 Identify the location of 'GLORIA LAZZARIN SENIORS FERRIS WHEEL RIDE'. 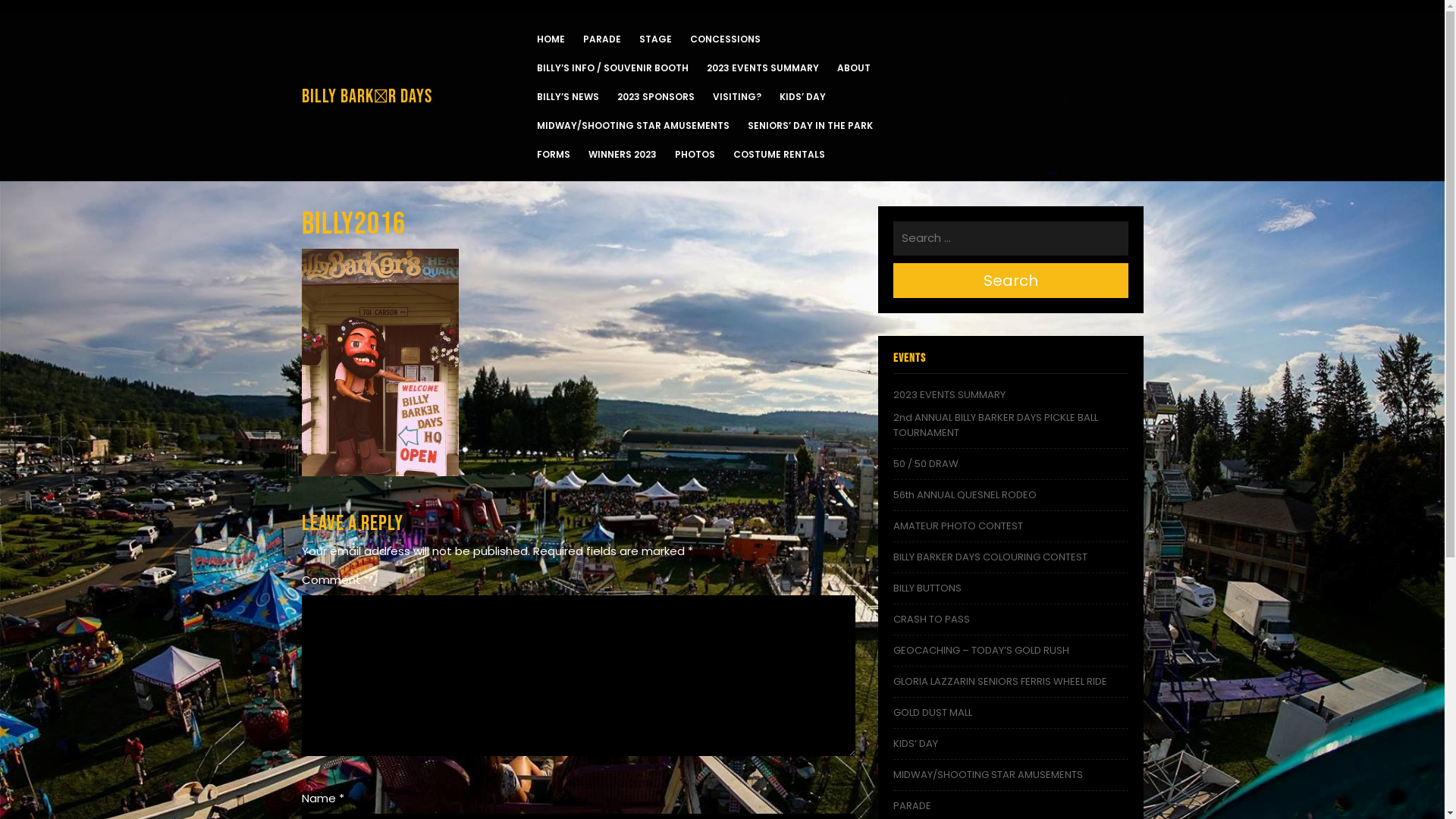
(1000, 680).